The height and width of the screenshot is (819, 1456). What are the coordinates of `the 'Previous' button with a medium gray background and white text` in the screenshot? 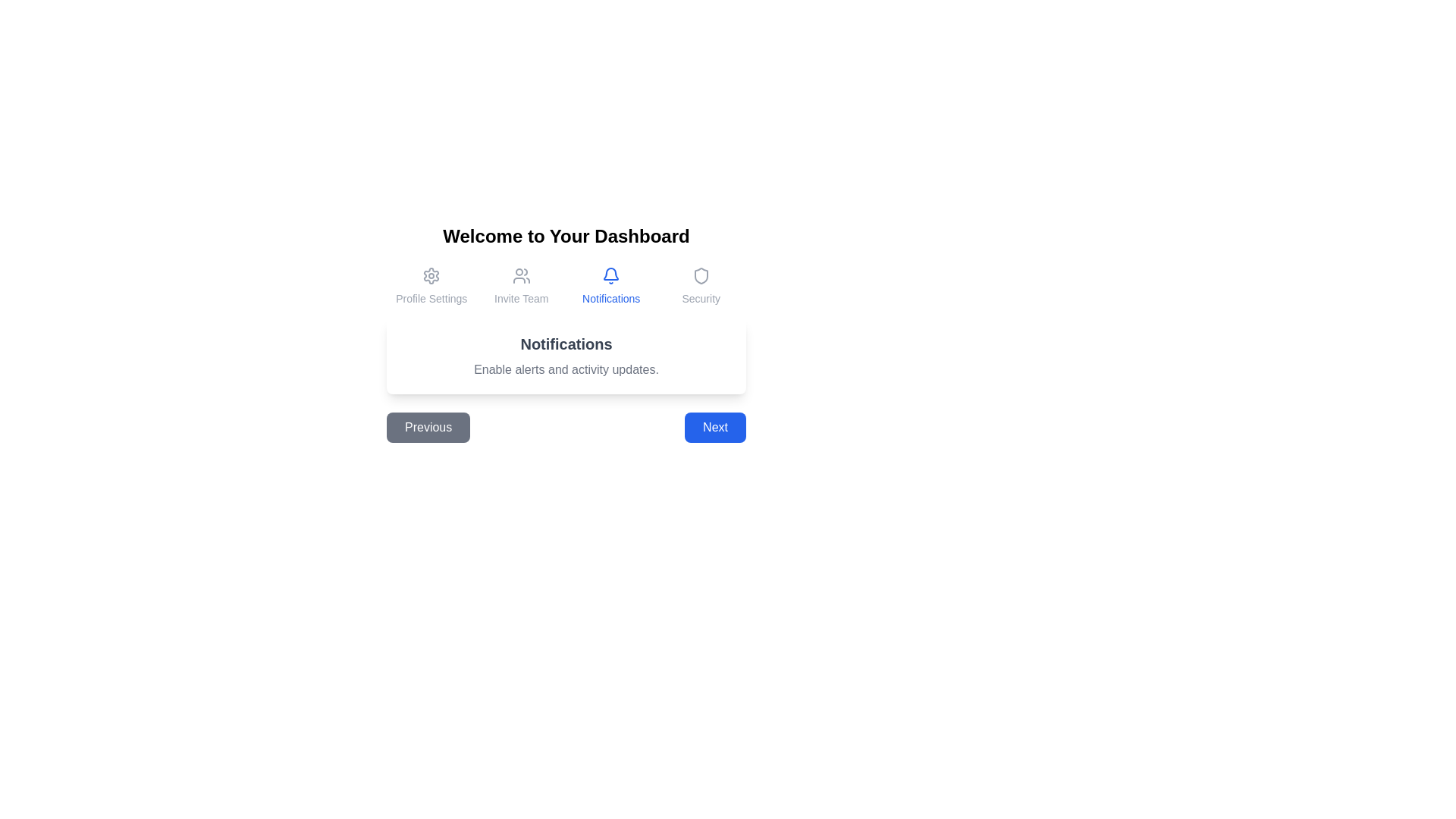 It's located at (428, 427).